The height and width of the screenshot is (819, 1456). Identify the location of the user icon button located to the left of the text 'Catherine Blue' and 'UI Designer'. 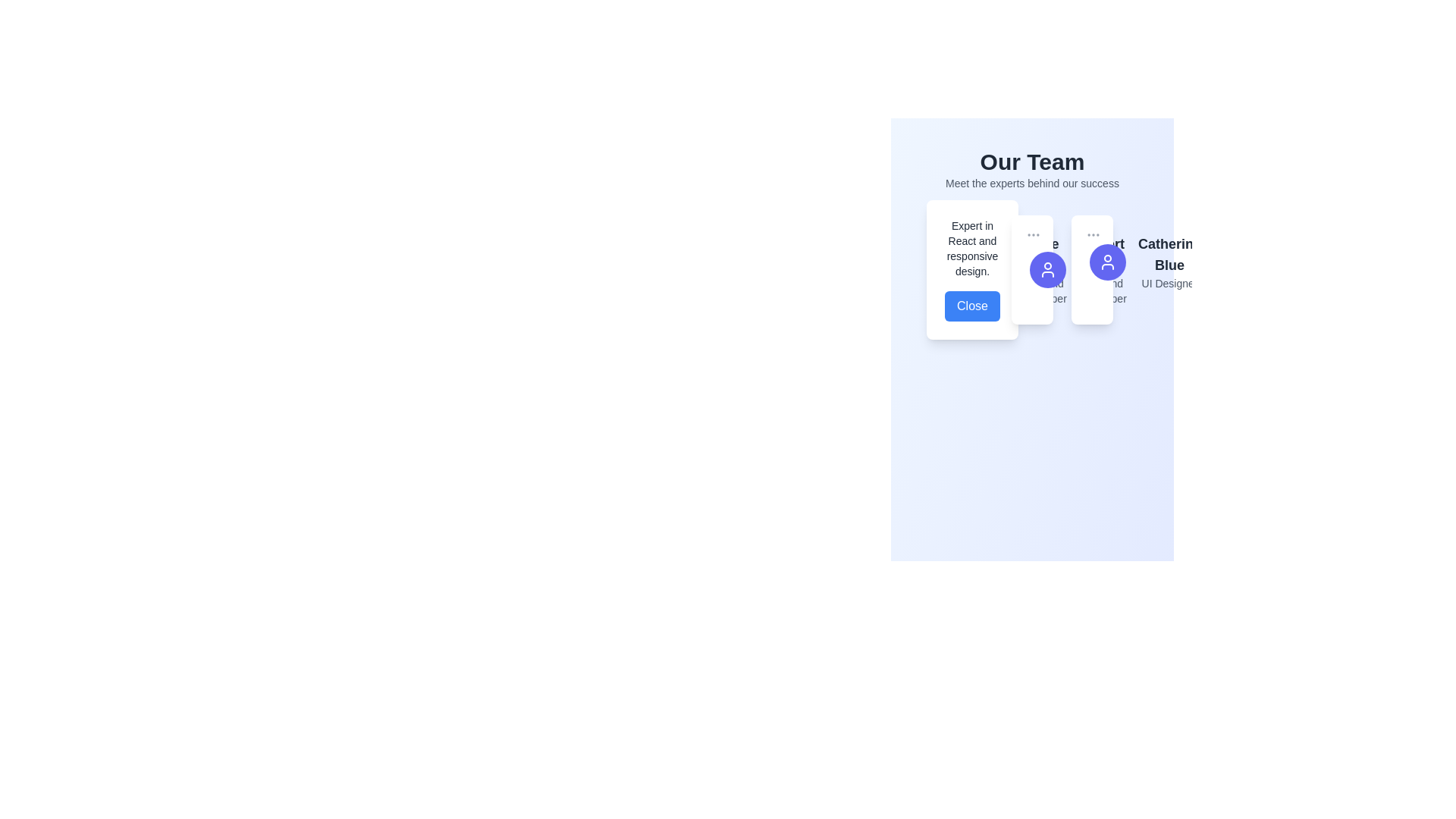
(1107, 262).